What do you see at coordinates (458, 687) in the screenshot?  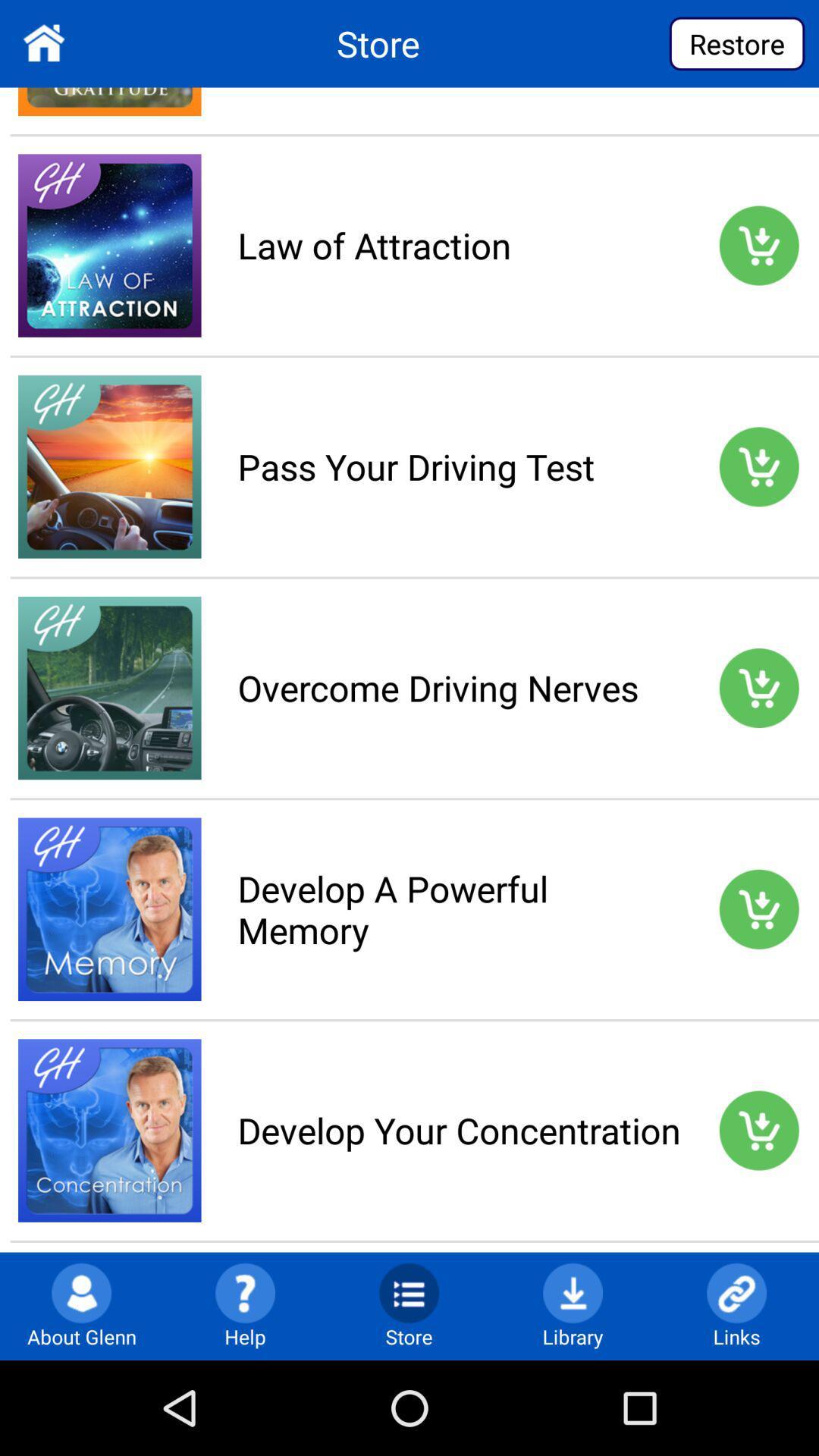 I see `overcome driving nerves` at bounding box center [458, 687].